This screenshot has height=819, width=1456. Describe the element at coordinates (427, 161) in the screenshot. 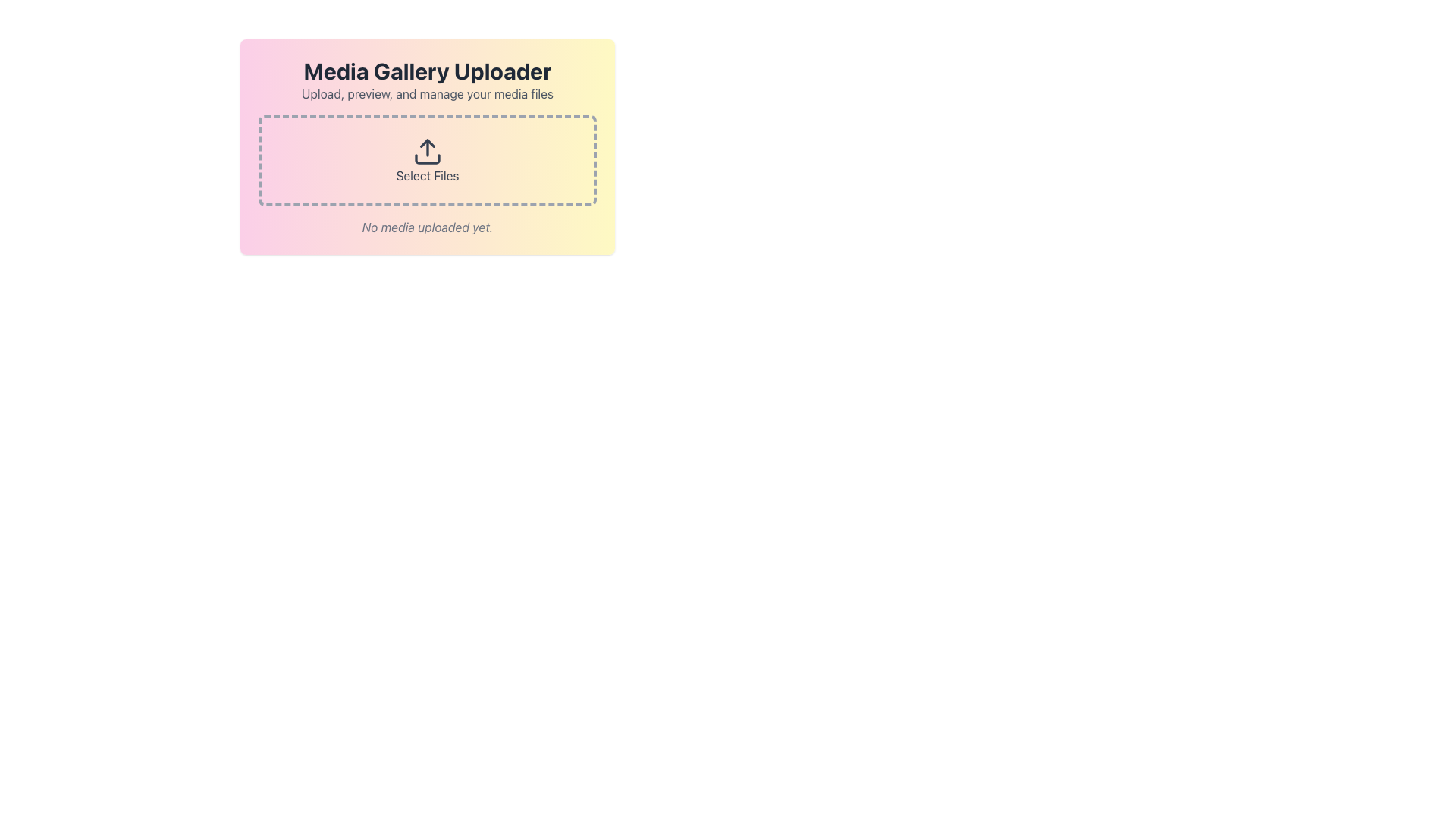

I see `the file upload button located within the 'Media Gallery Uploader' interface` at that location.